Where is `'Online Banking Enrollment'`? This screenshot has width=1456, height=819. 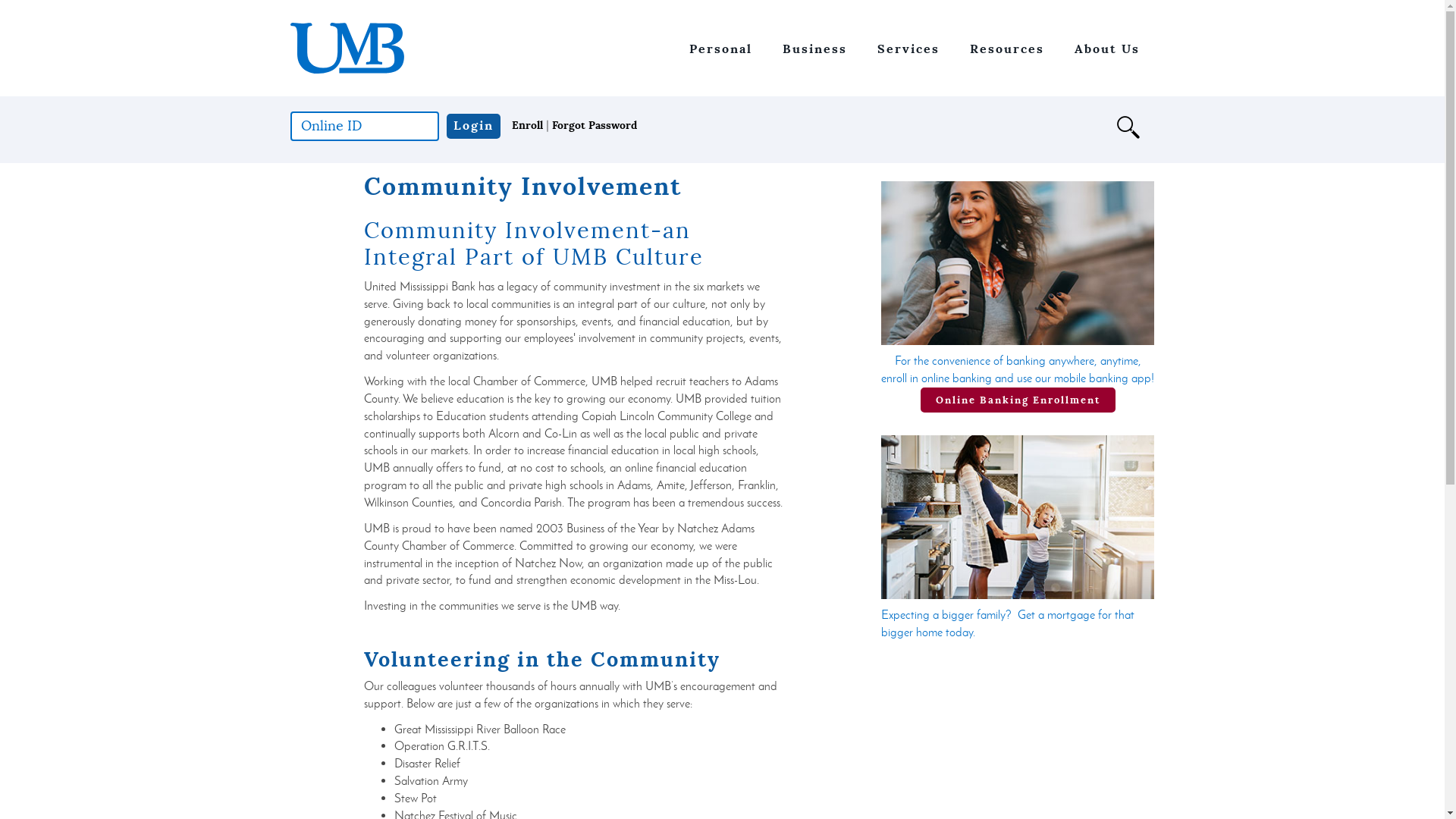
'Online Banking Enrollment' is located at coordinates (920, 400).